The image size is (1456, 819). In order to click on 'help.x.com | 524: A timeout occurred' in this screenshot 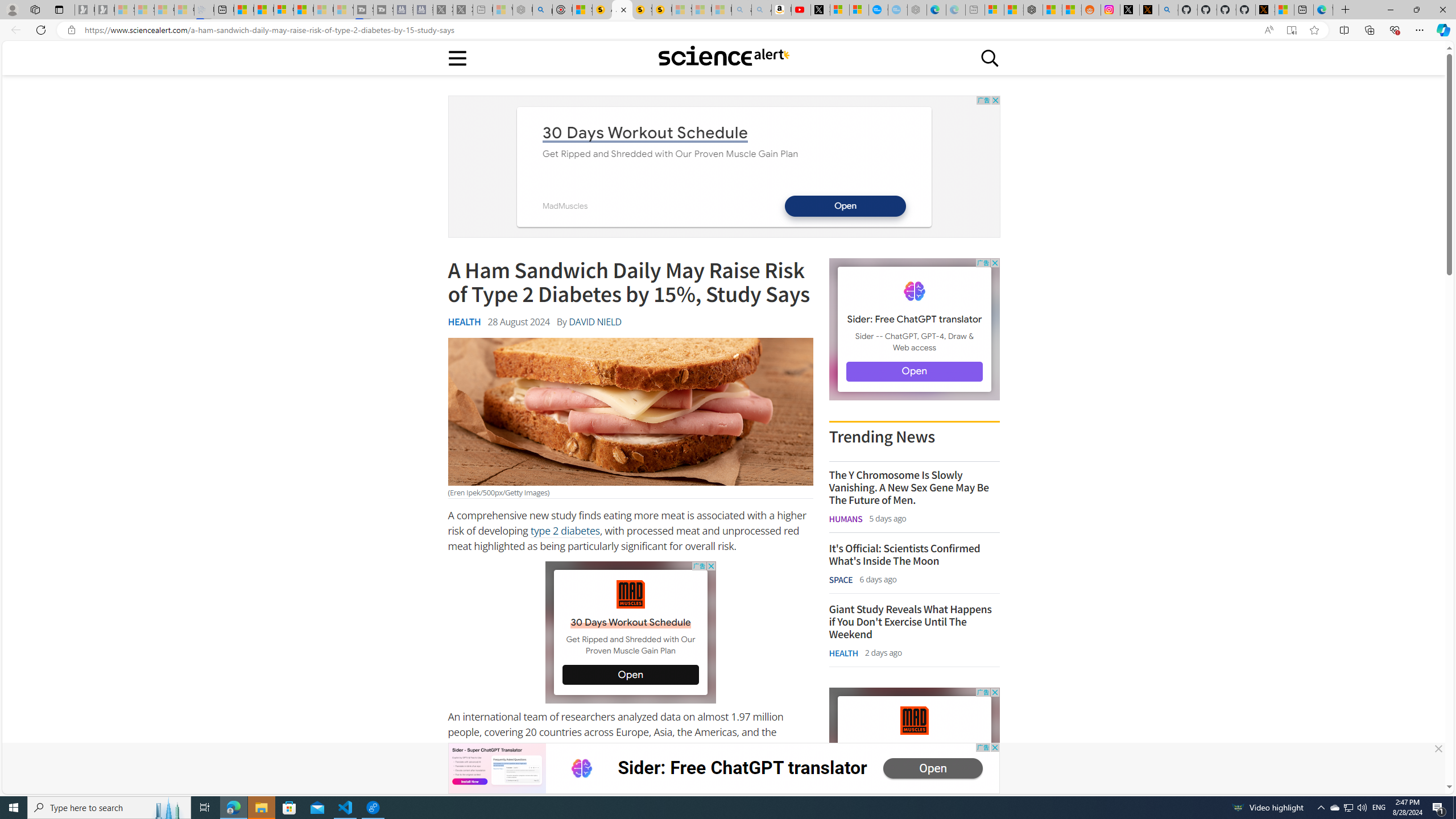, I will do `click(1148, 9)`.